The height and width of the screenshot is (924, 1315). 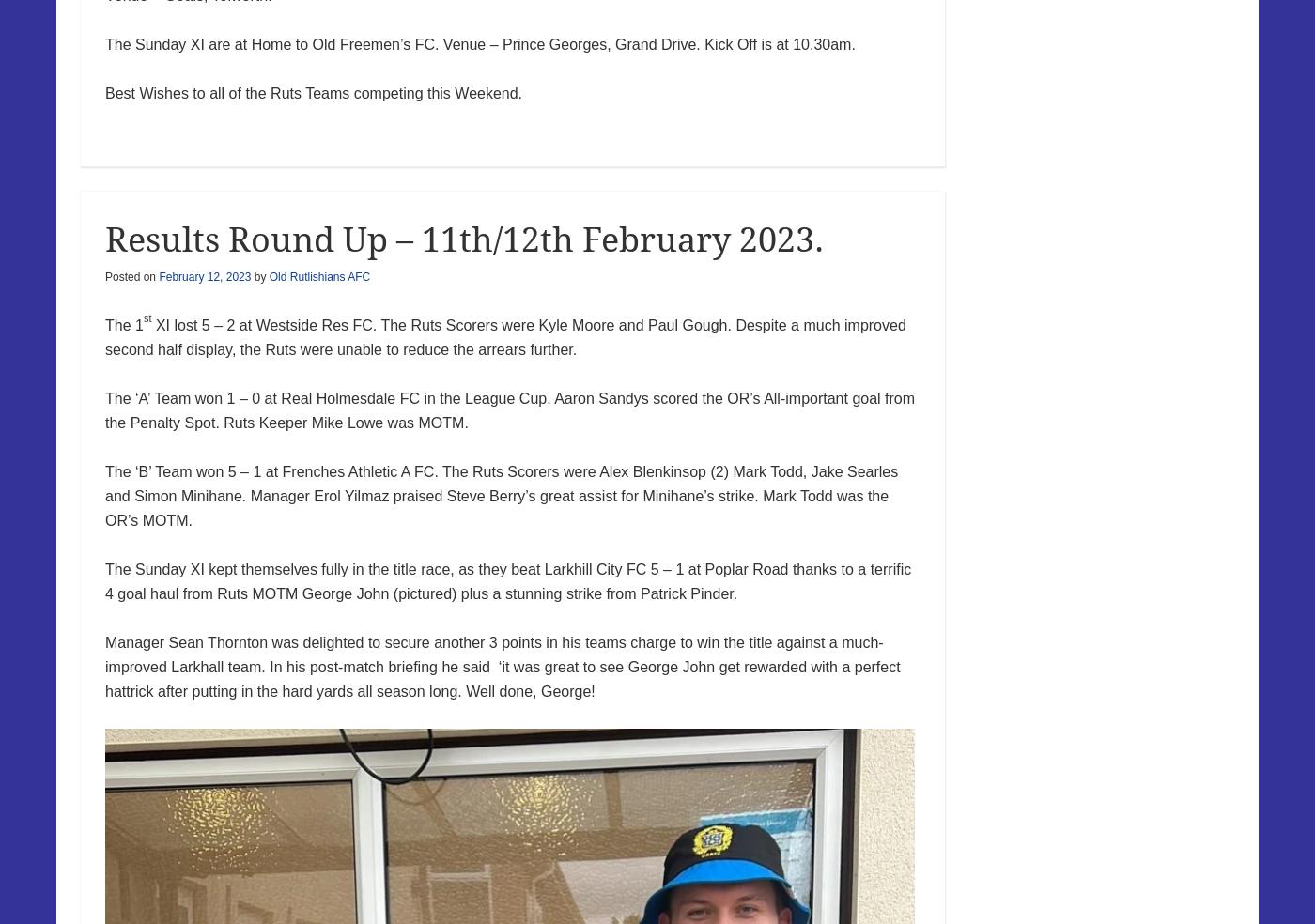 What do you see at coordinates (314, 91) in the screenshot?
I see `'Best Wishes to all of the Ruts Teams competing this Weekend.'` at bounding box center [314, 91].